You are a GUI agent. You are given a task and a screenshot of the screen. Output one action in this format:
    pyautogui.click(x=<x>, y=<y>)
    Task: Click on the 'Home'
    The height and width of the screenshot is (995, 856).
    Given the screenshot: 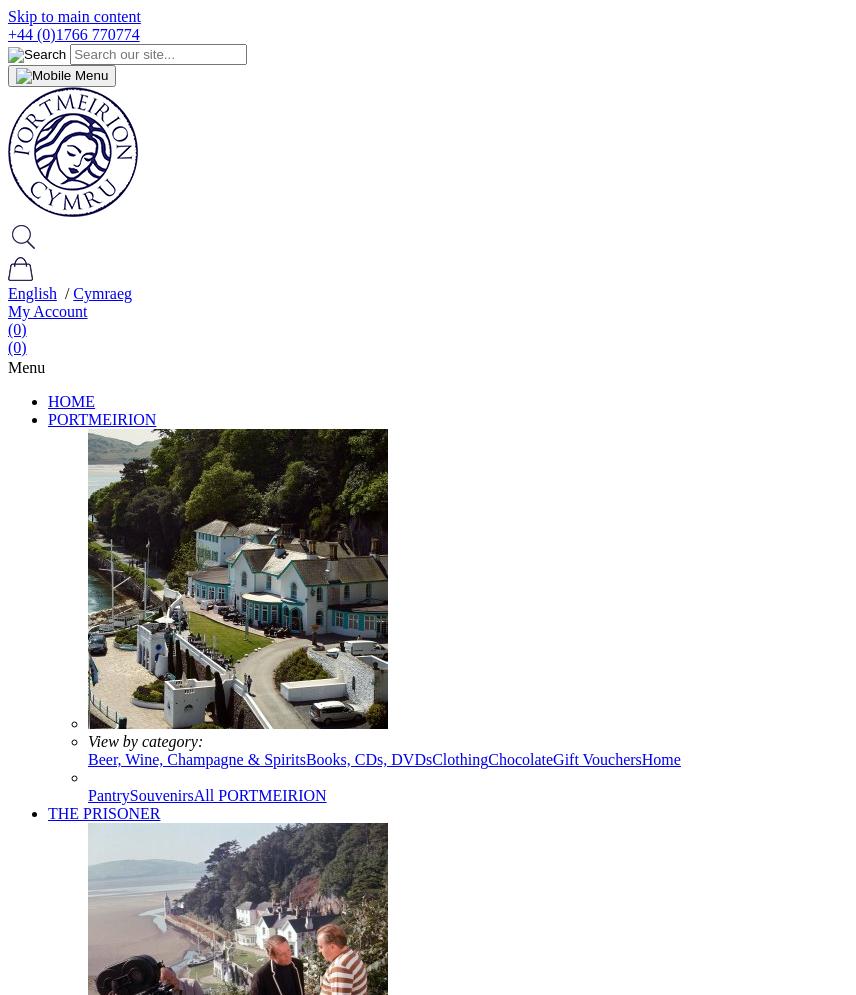 What is the action you would take?
    pyautogui.click(x=660, y=758)
    